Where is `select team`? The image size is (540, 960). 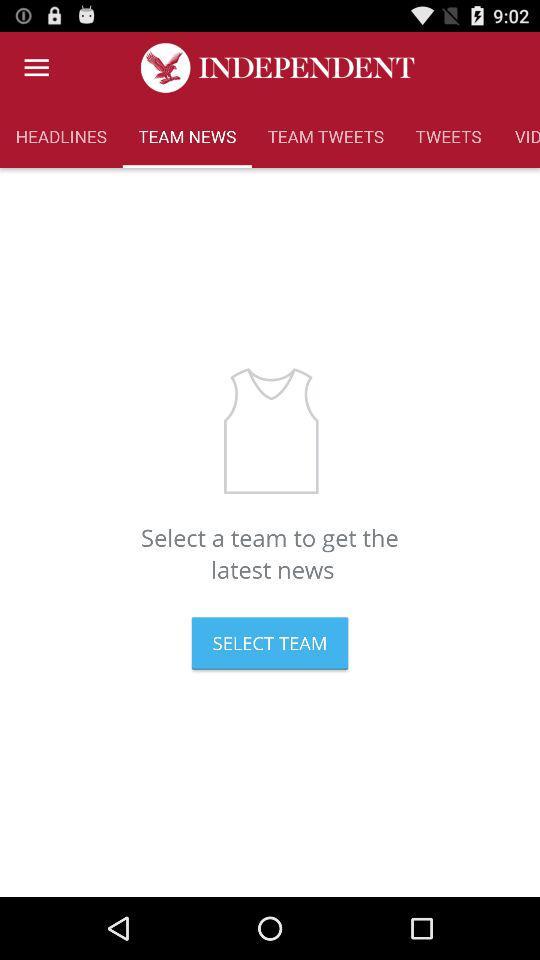 select team is located at coordinates (270, 642).